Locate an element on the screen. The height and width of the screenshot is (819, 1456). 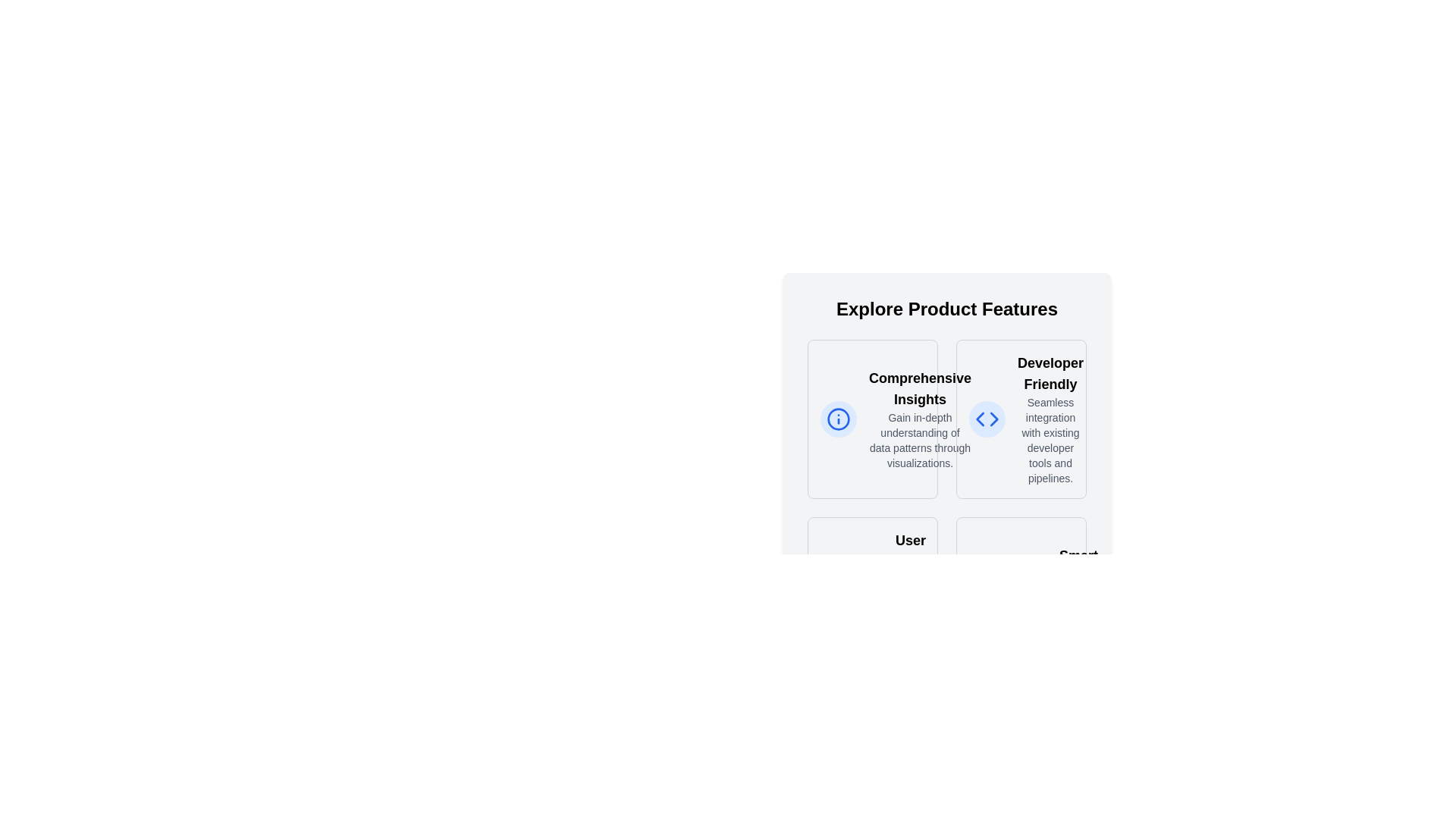
the blue left-pointing arrow icon that is part of the navigation buttons next to the 'Comprehensive Insights' section is located at coordinates (980, 419).